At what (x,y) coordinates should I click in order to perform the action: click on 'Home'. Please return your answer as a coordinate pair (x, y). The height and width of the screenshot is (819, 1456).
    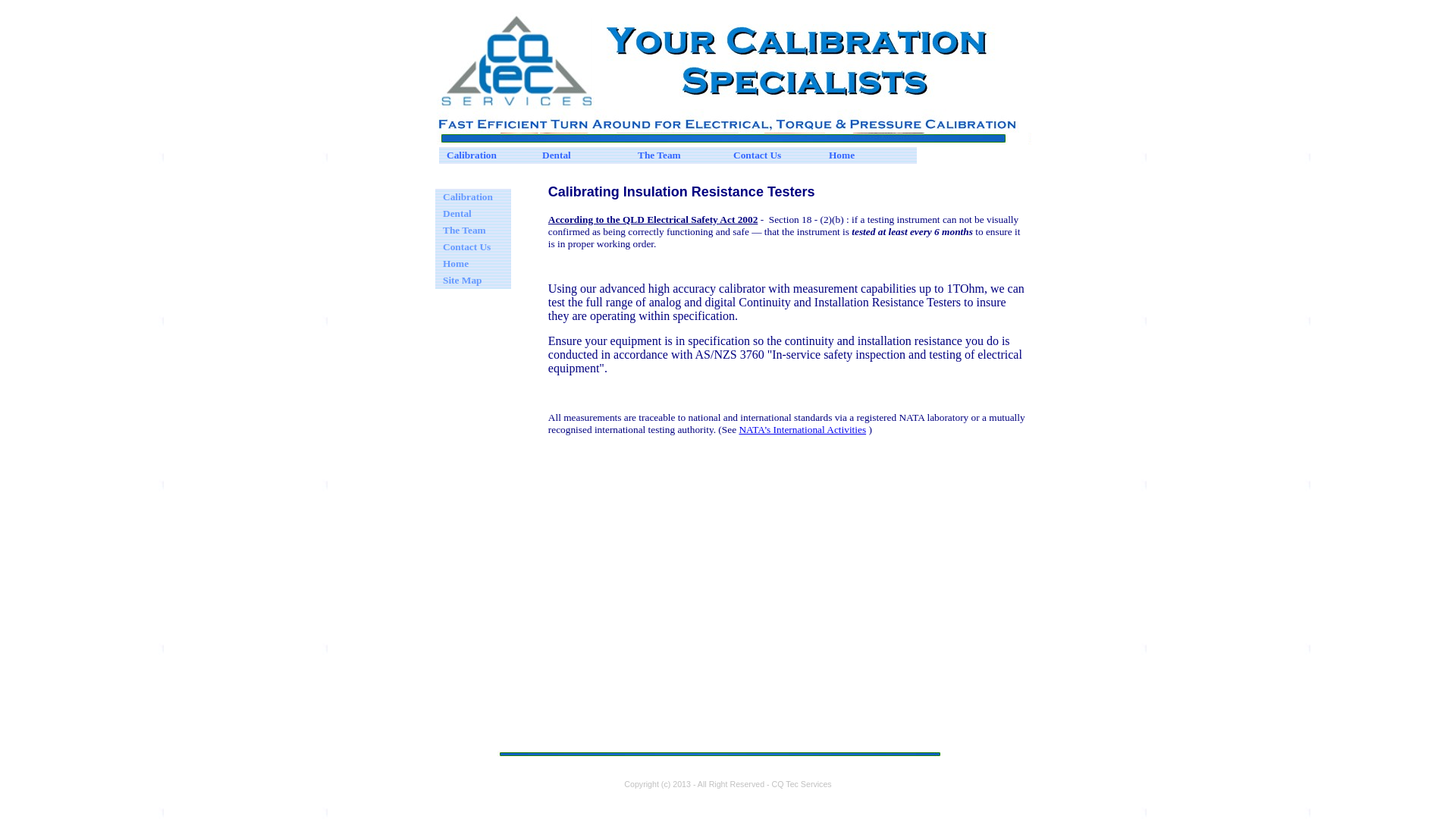
    Looking at the image, I should click on (869, 155).